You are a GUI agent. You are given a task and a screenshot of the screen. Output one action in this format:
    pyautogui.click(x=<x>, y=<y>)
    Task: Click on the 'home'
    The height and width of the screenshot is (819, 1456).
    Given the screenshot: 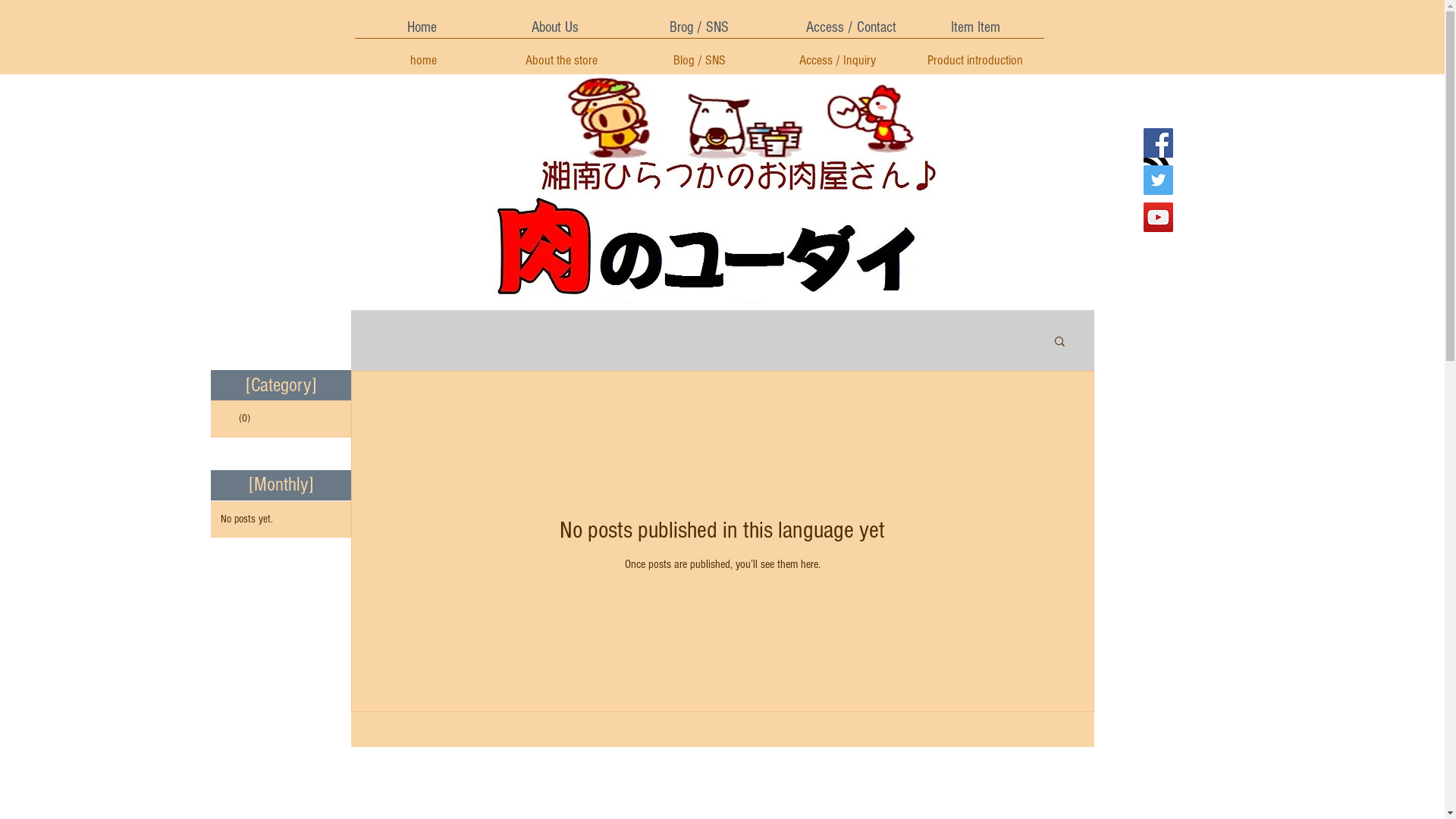 What is the action you would take?
    pyautogui.click(x=423, y=52)
    